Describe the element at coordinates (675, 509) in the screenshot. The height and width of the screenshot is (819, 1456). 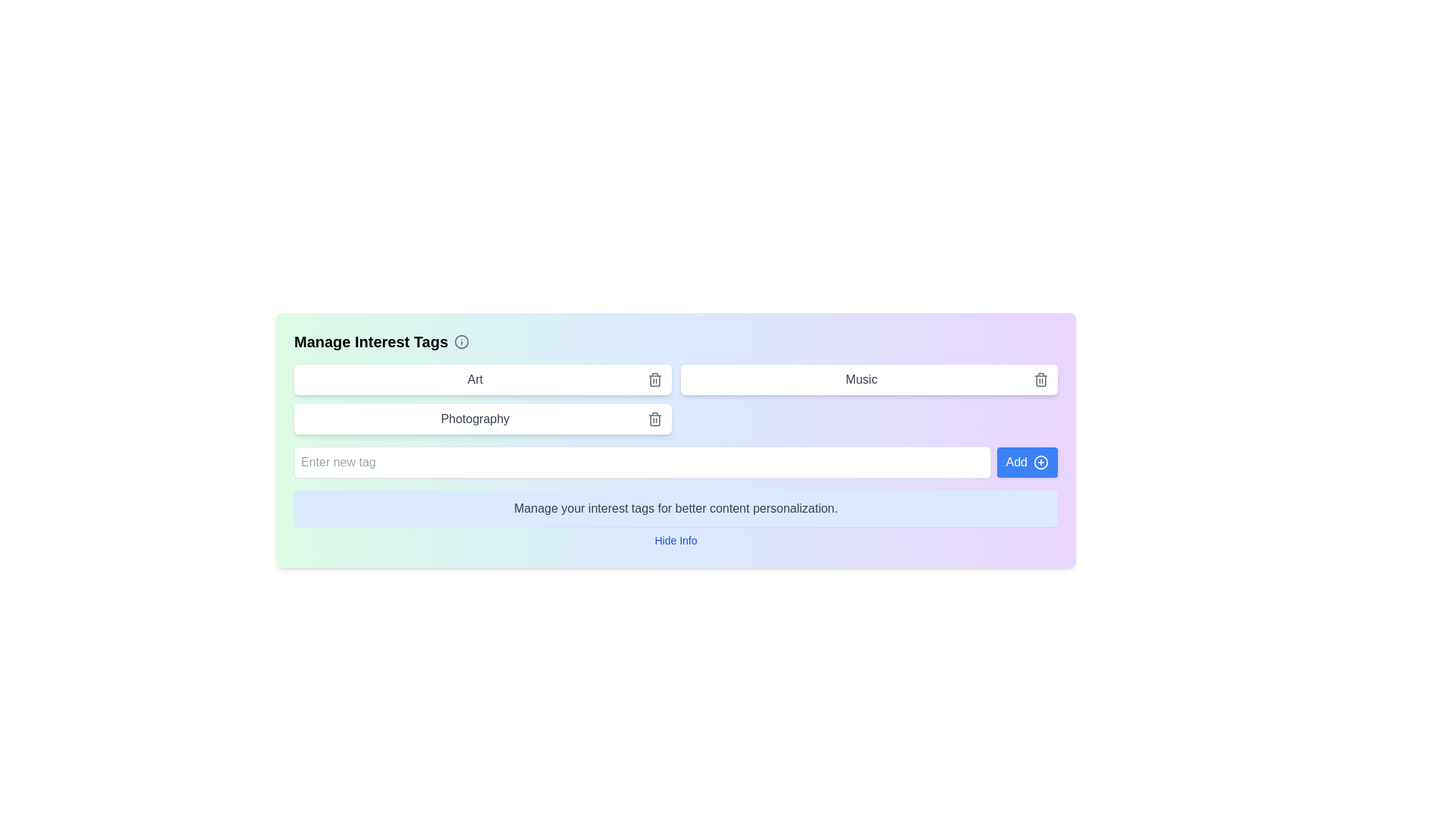
I see `the informational text label that explains the purpose of the interest tags feature, located above the 'Hide Info' link and below the input field for adding new tags` at that location.